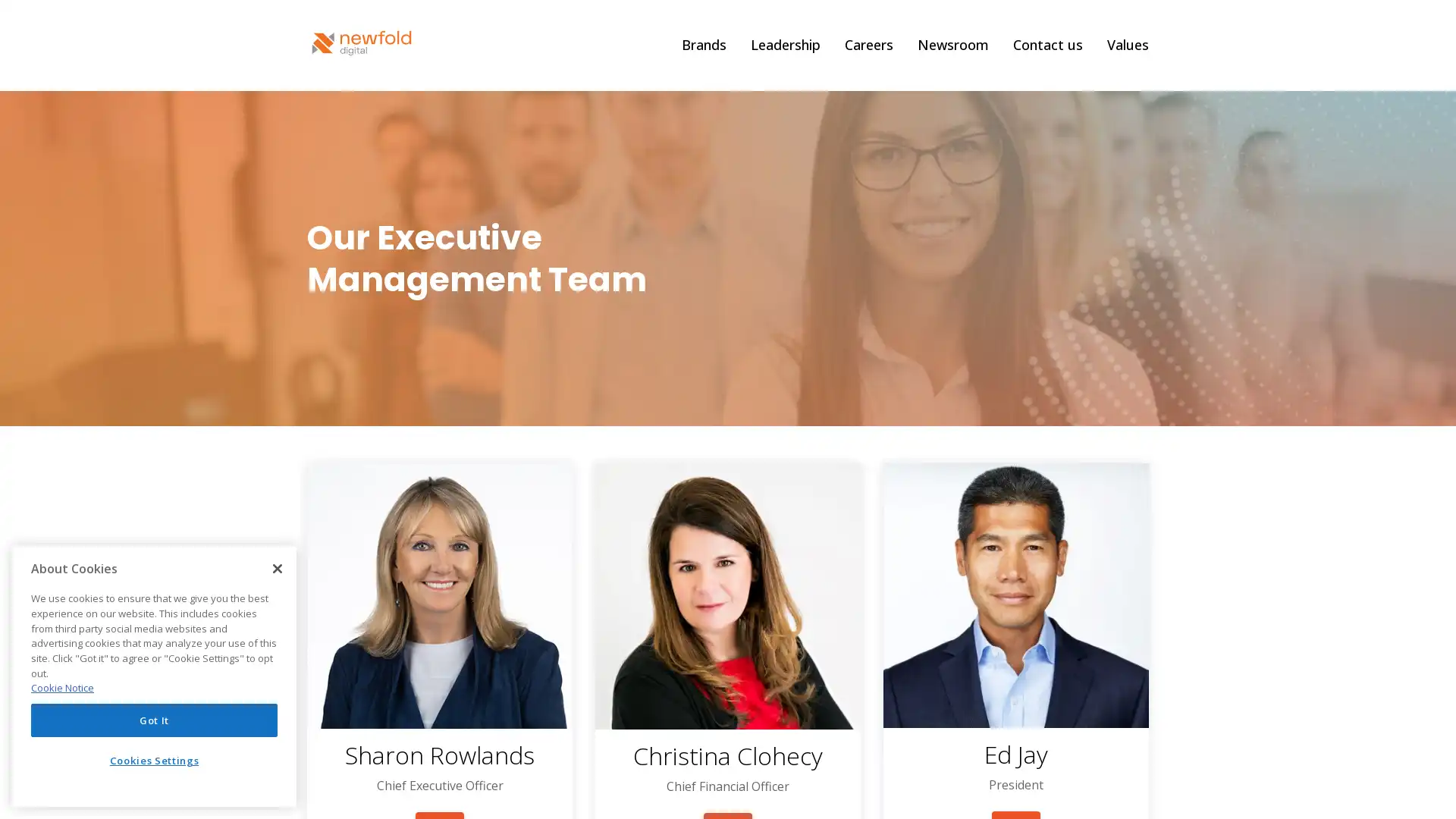  I want to click on Cookies Settings, so click(154, 760).